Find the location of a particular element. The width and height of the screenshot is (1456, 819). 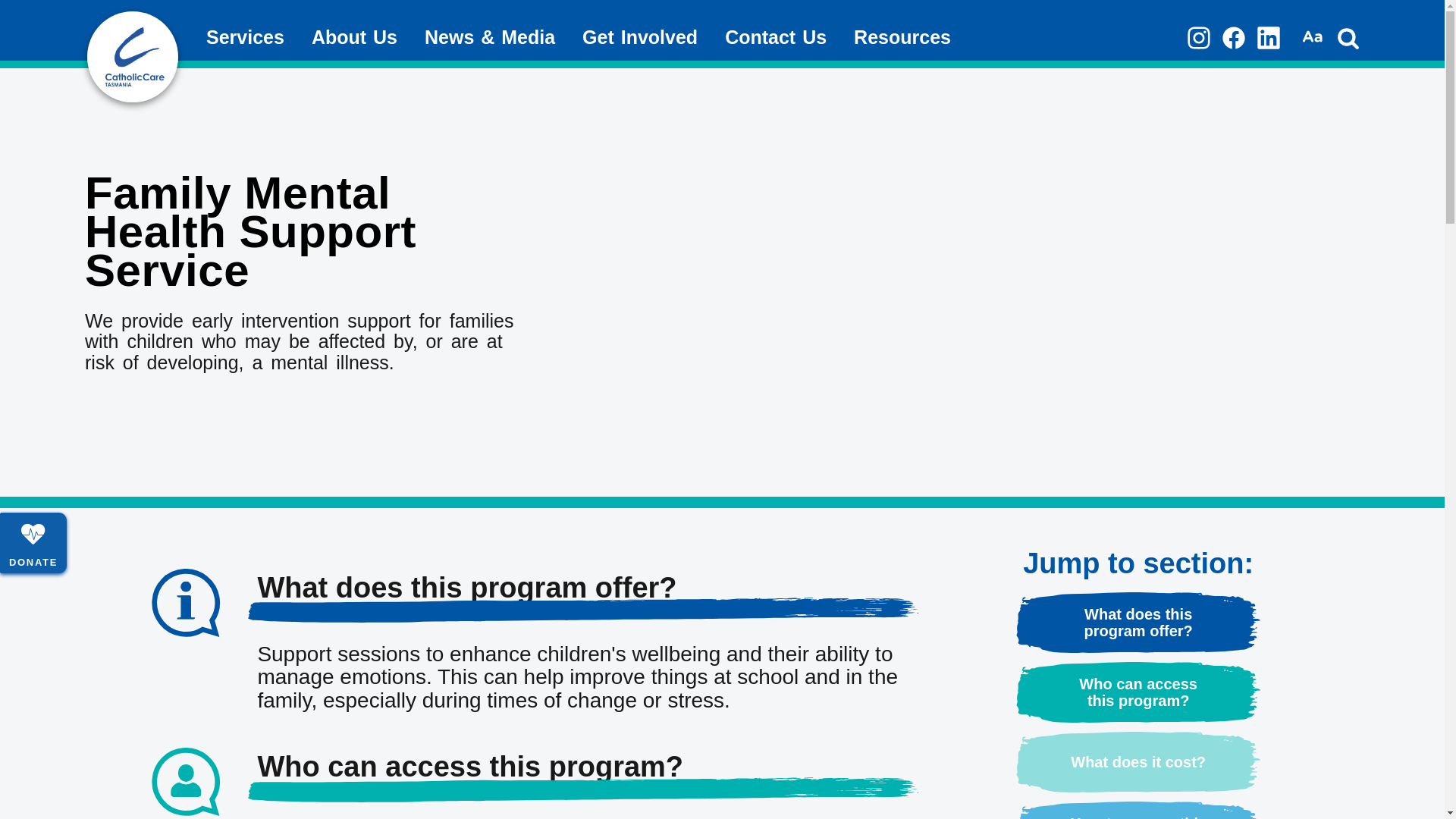

'DONATE' is located at coordinates (33, 542).